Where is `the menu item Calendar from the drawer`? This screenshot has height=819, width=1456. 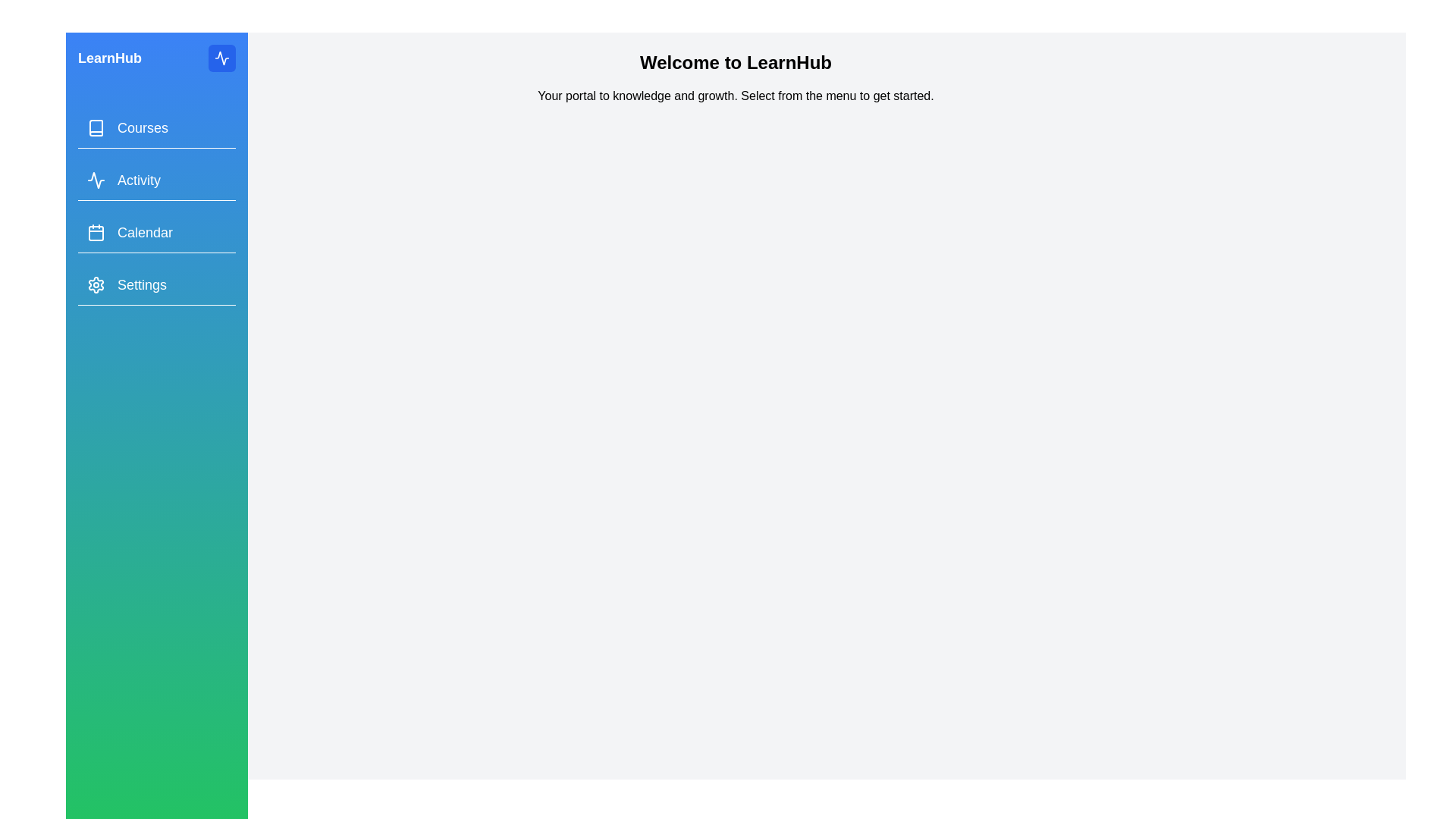
the menu item Calendar from the drawer is located at coordinates (156, 233).